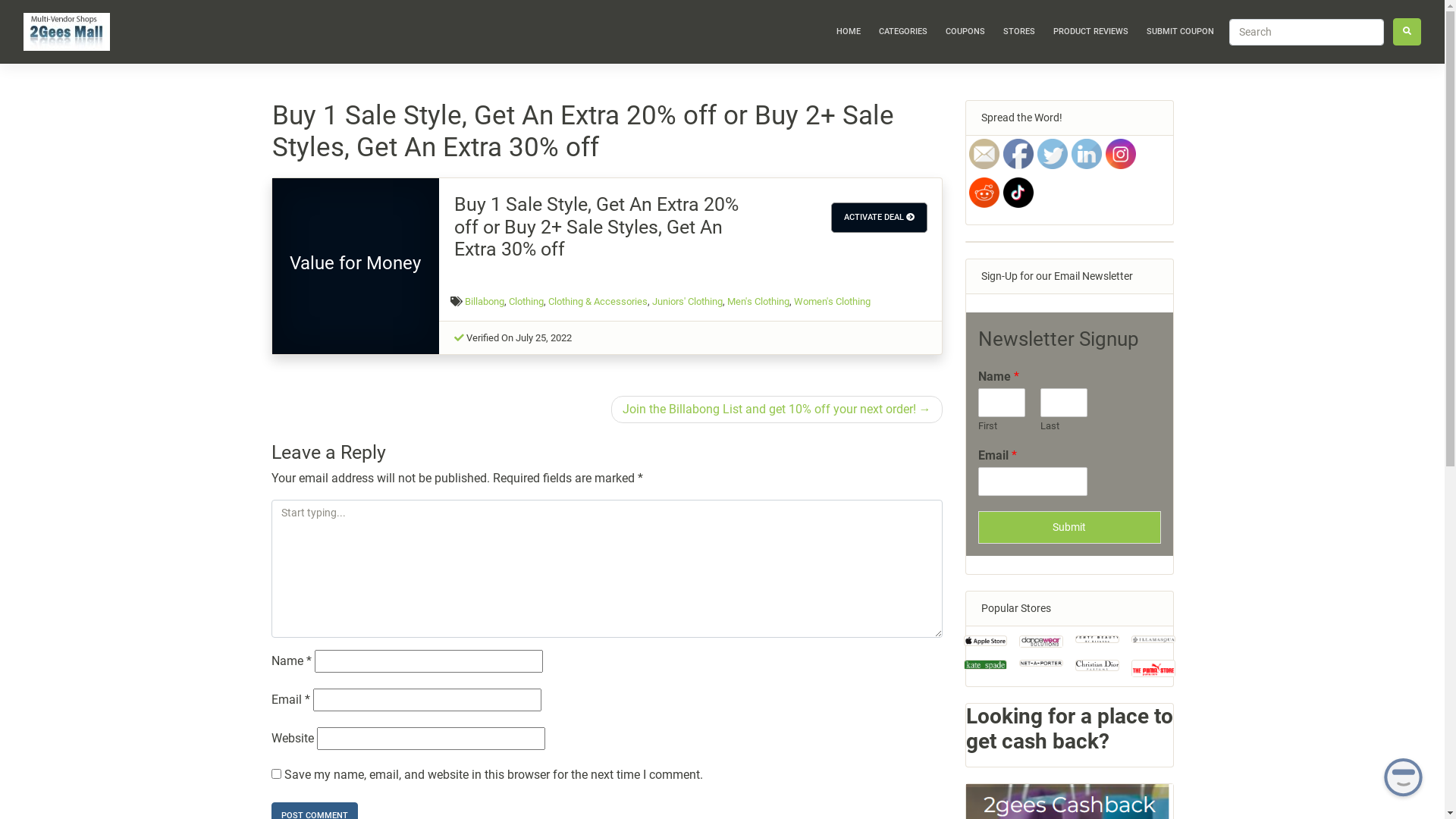 The image size is (1456, 819). I want to click on 'SUBMIT COUPON', so click(1179, 32).